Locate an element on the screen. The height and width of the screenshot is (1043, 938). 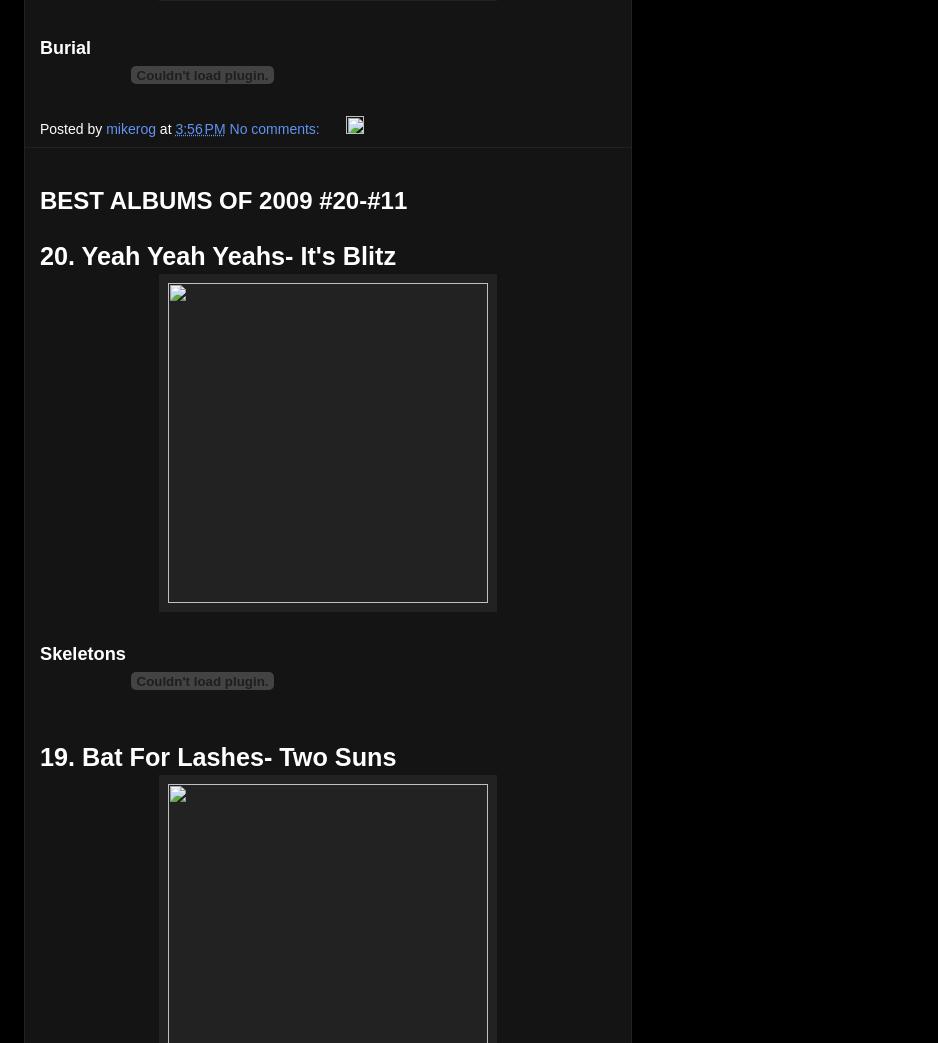
'3:56 PM' is located at coordinates (198, 127).